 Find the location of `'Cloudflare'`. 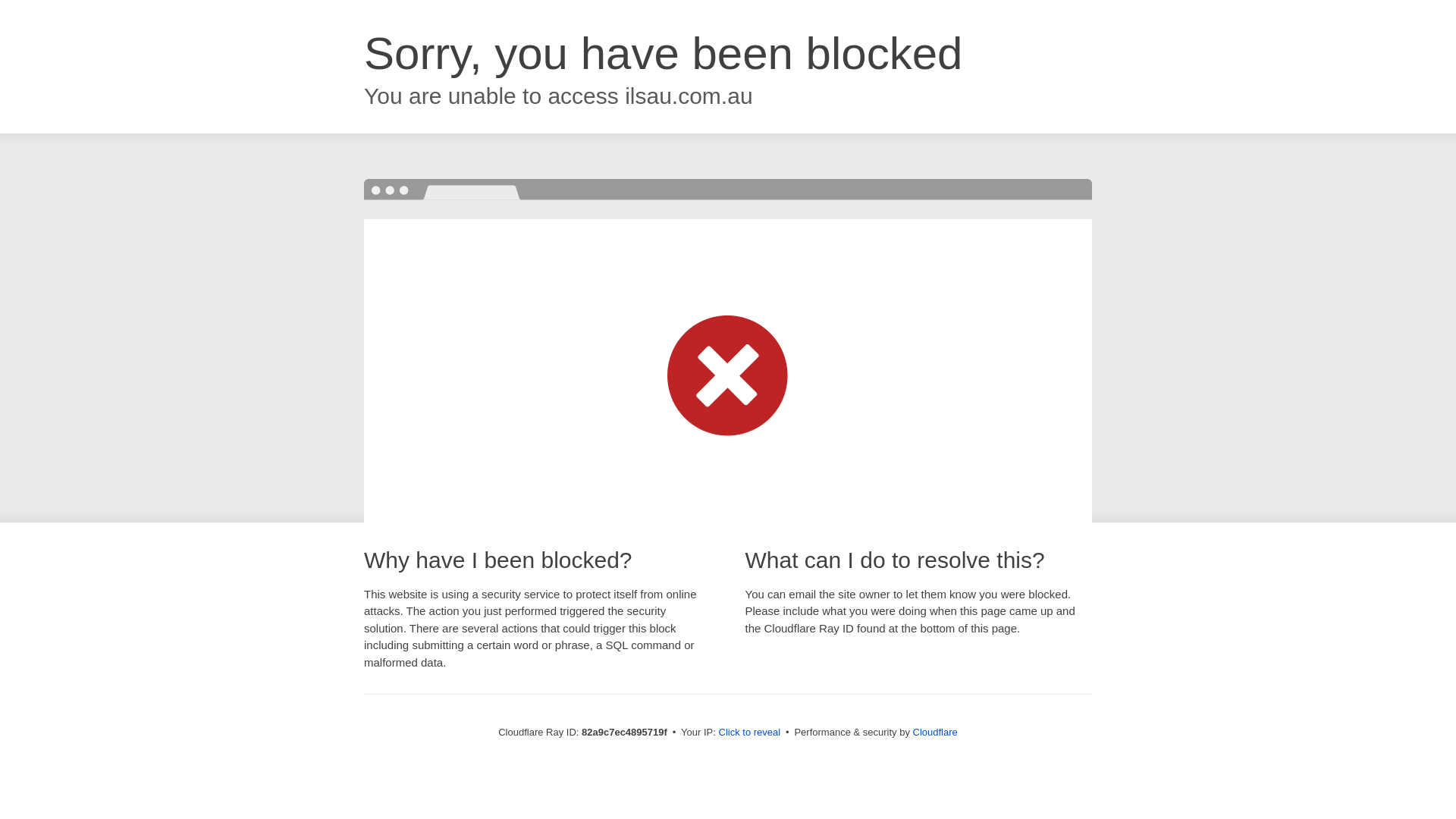

'Cloudflare' is located at coordinates (912, 731).